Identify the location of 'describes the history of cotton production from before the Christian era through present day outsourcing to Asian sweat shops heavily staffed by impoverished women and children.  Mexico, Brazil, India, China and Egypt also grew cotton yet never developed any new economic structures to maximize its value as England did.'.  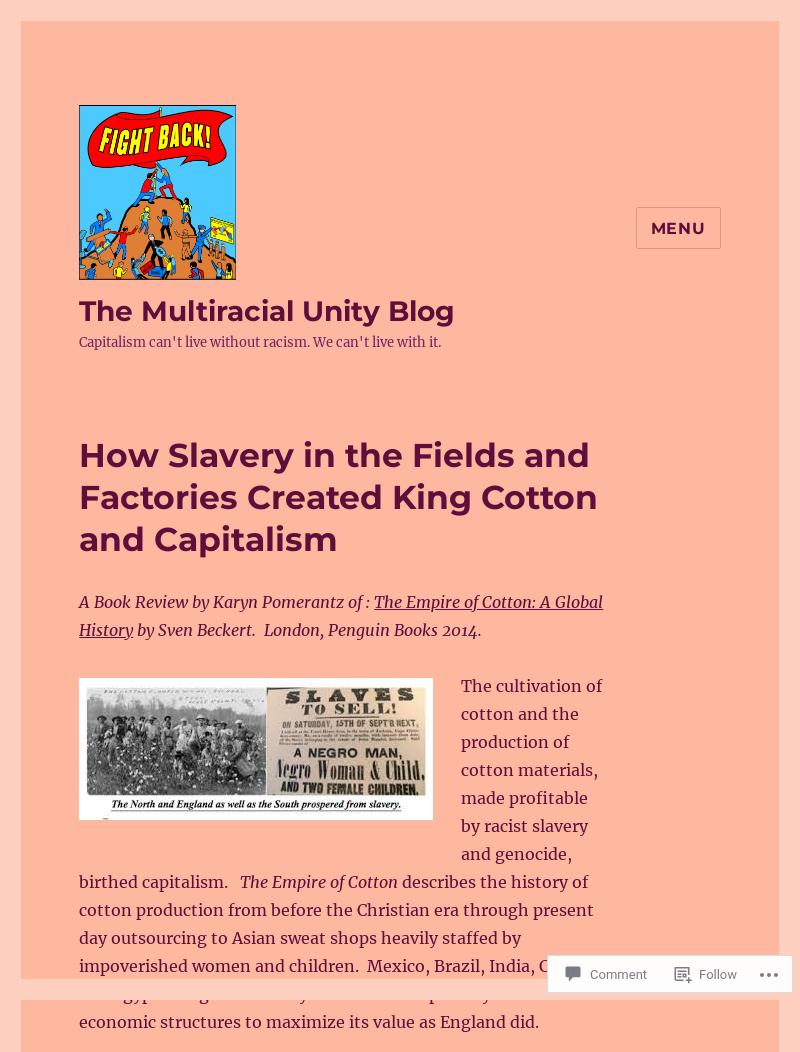
(336, 950).